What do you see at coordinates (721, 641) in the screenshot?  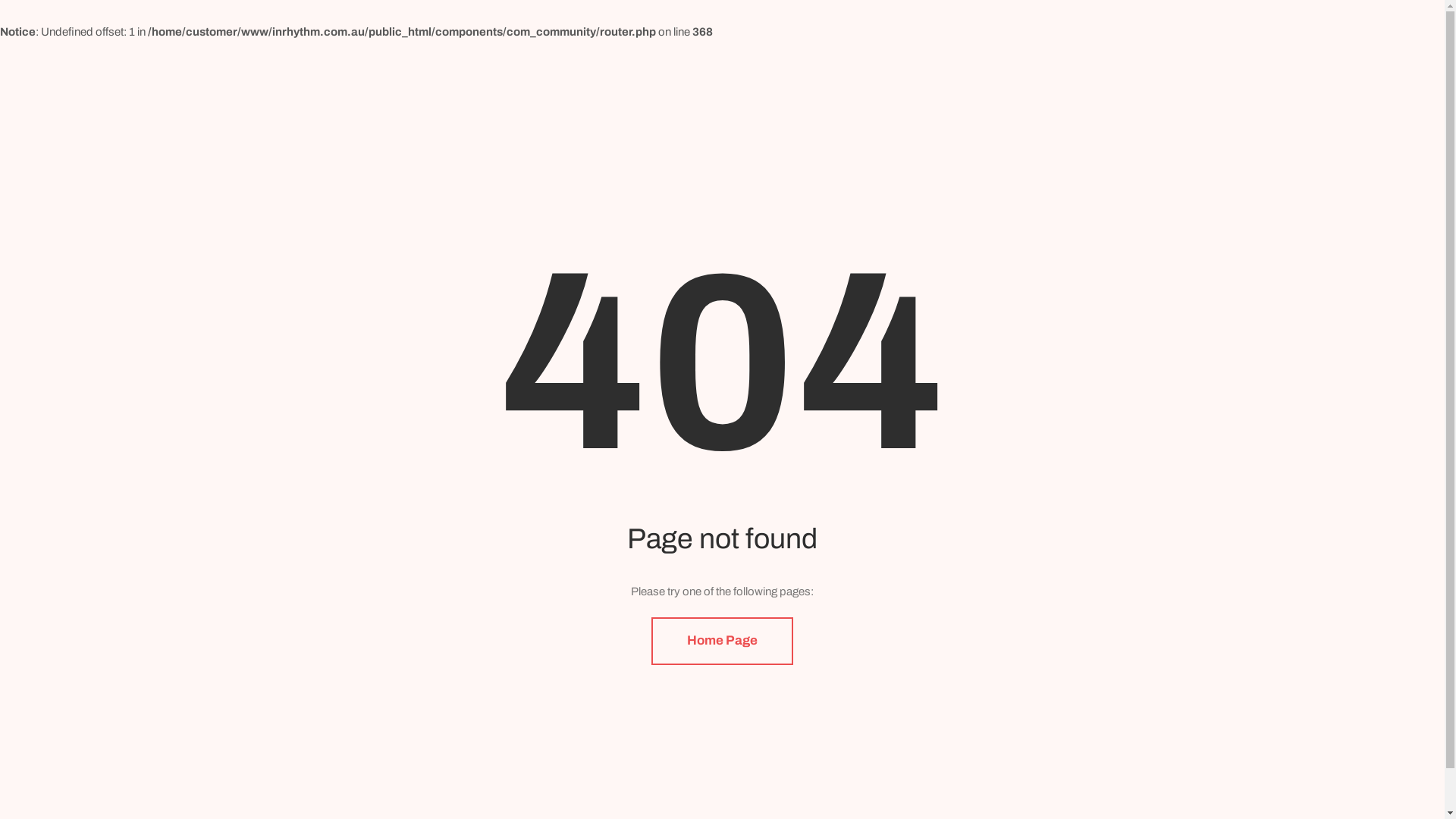 I see `'Home Page'` at bounding box center [721, 641].